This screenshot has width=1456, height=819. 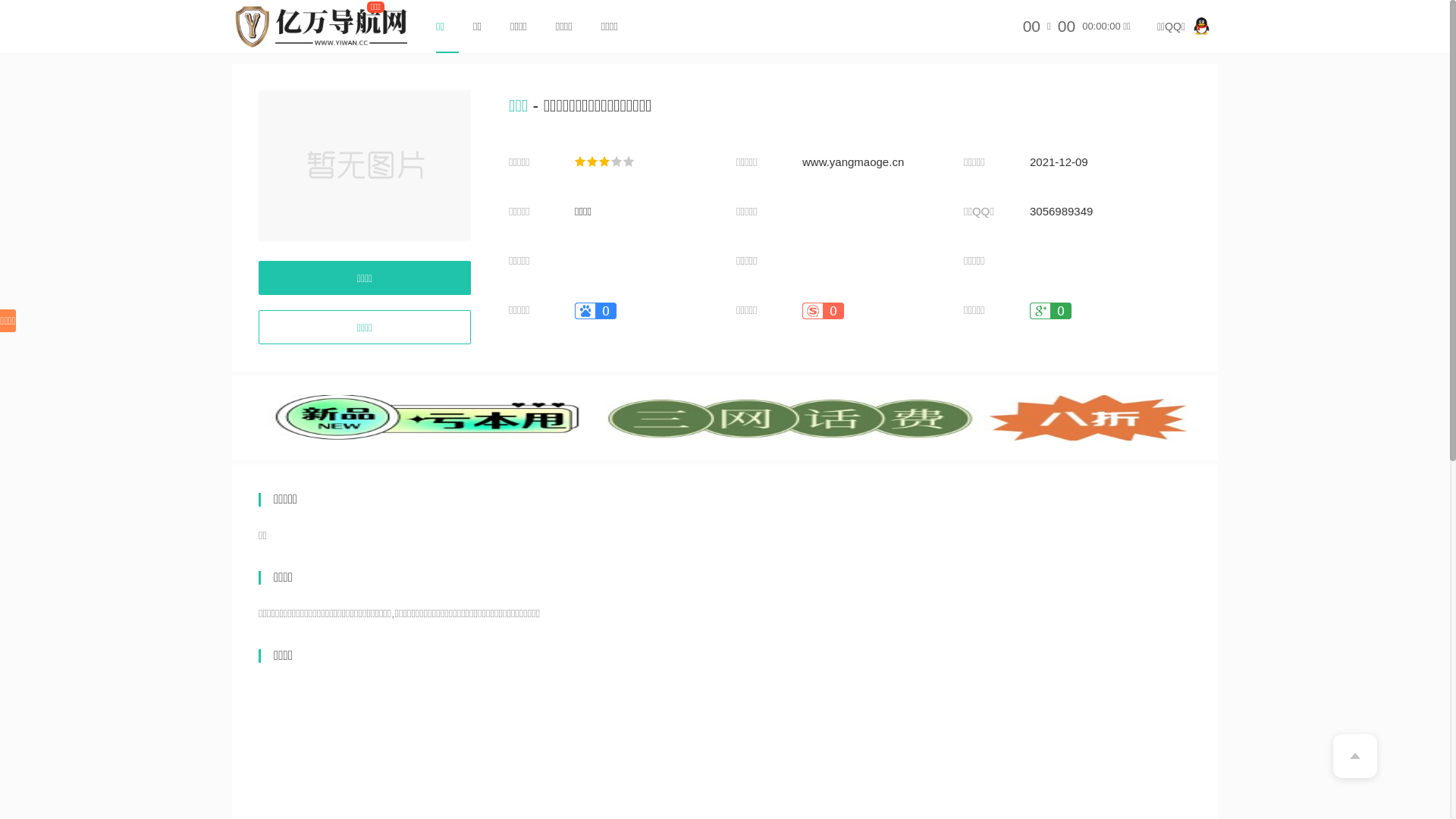 What do you see at coordinates (1060, 211) in the screenshot?
I see `'3056989349'` at bounding box center [1060, 211].